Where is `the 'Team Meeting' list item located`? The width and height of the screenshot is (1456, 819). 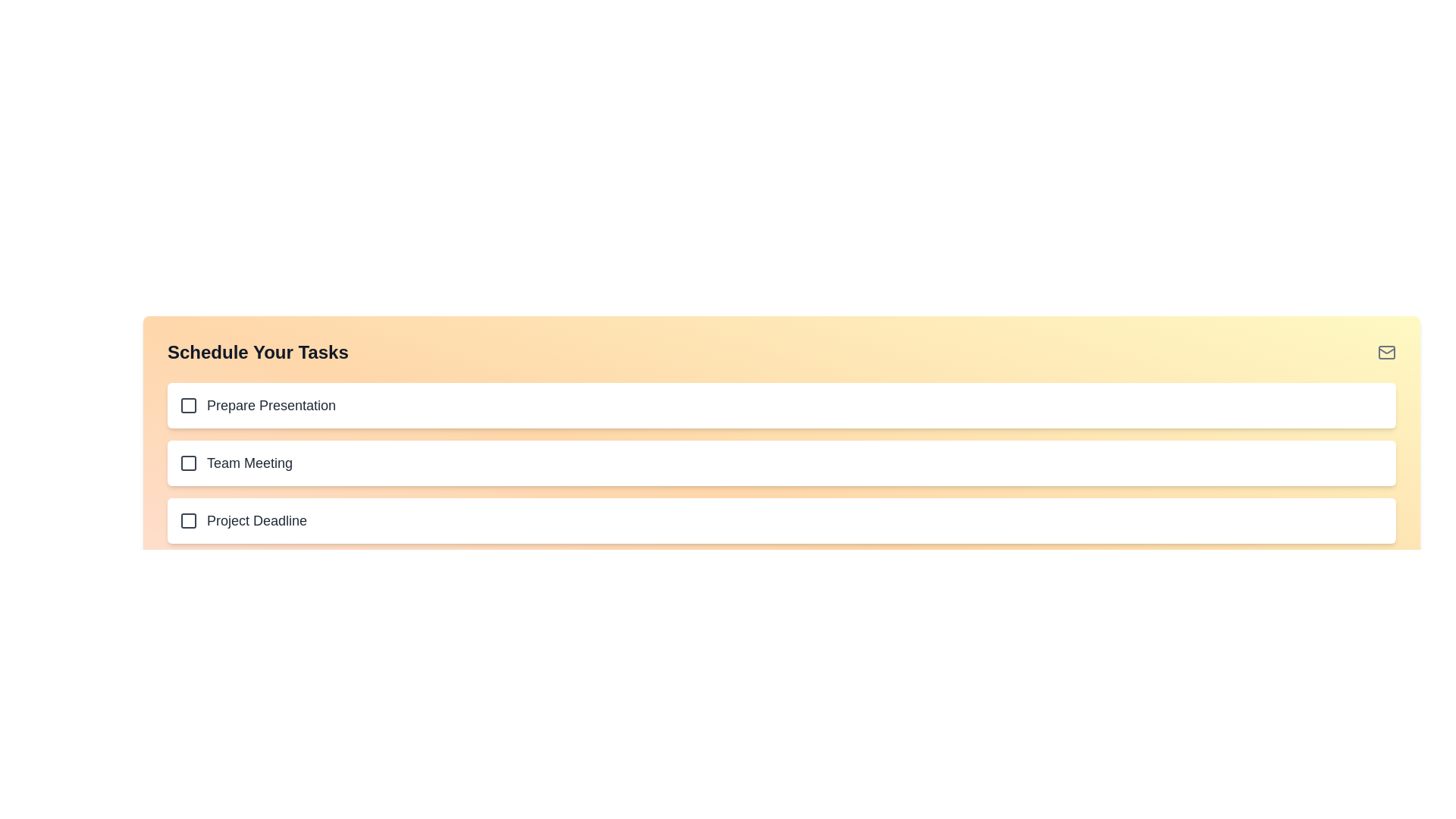 the 'Team Meeting' list item located is located at coordinates (782, 462).